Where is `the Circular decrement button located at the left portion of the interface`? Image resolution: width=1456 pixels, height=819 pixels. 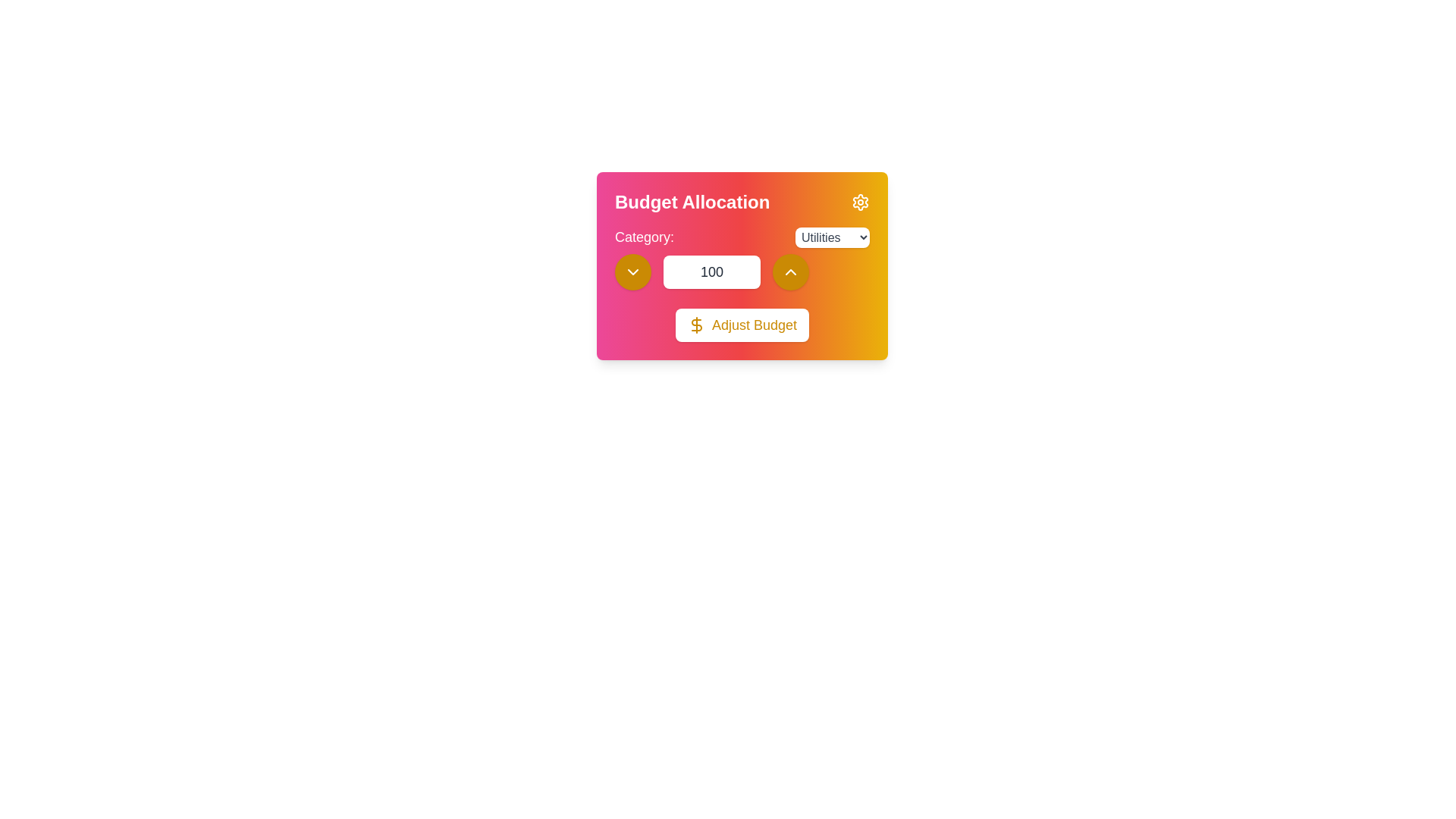
the Circular decrement button located at the left portion of the interface is located at coordinates (633, 271).